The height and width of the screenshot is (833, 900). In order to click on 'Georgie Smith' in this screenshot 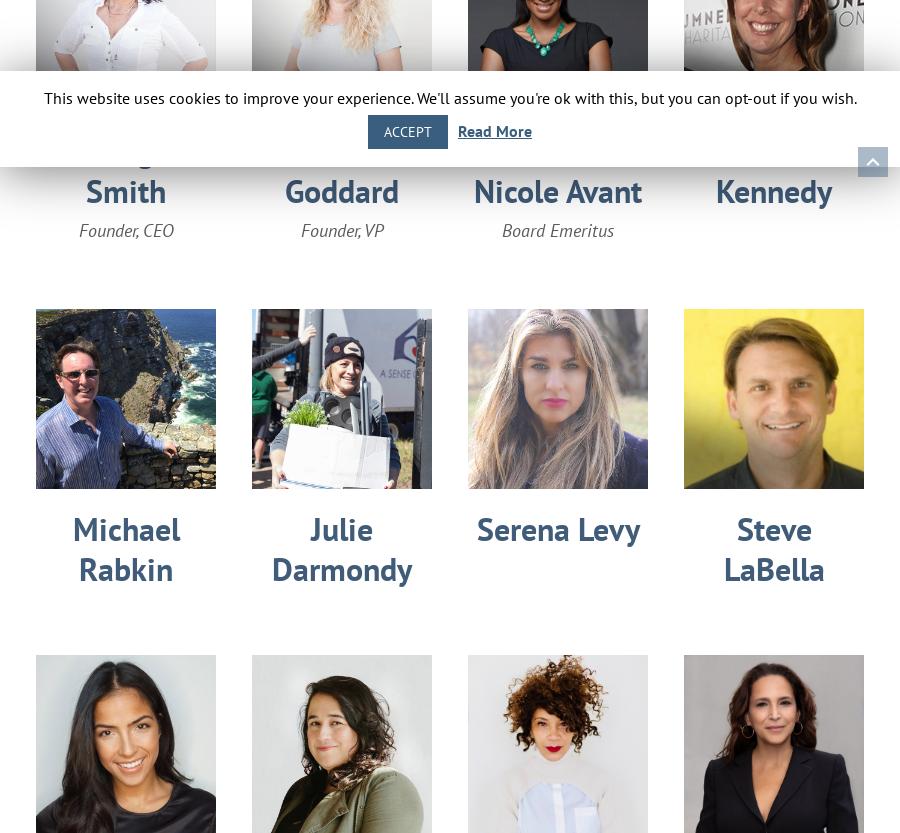, I will do `click(125, 171)`.